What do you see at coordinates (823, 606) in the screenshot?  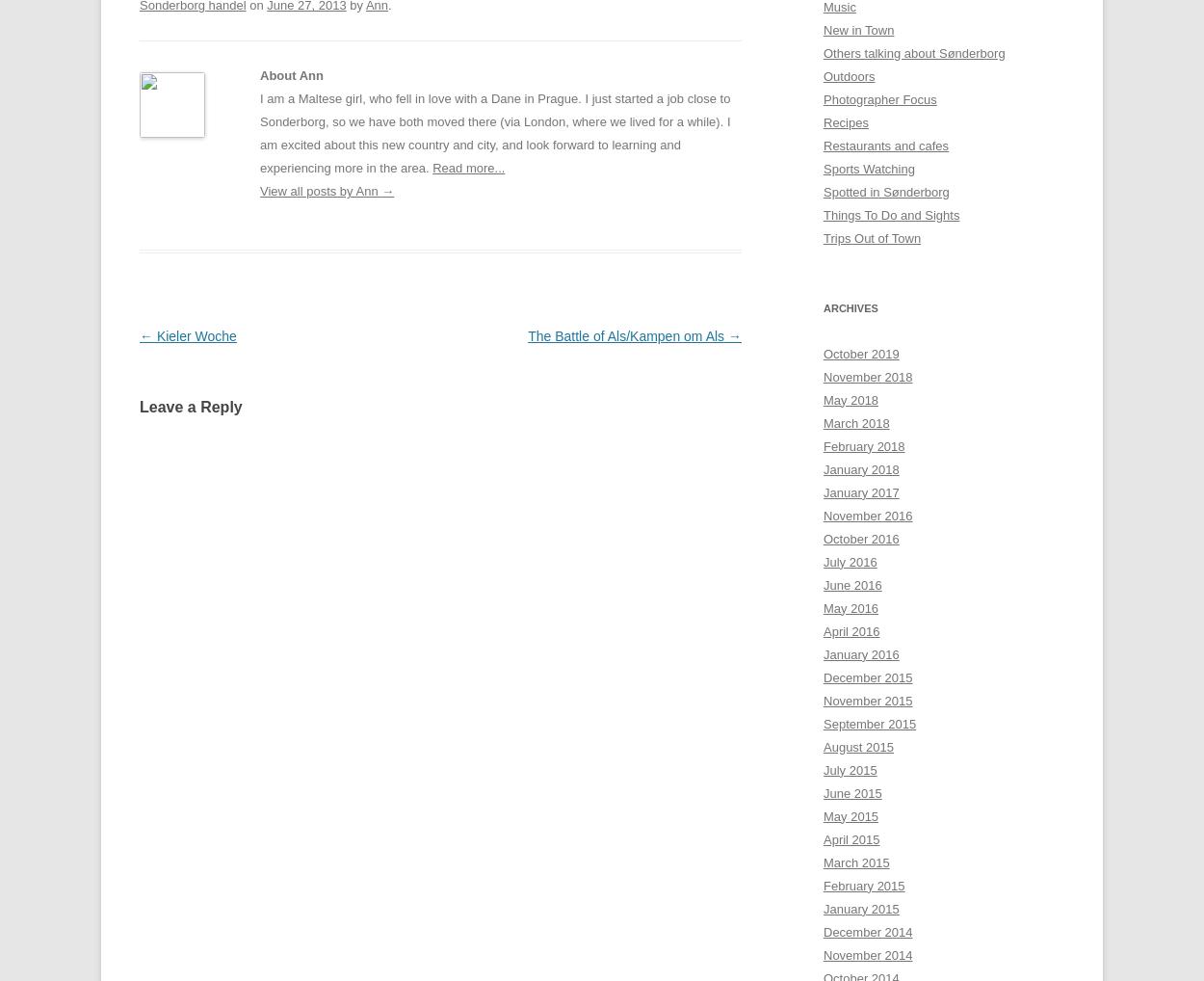 I see `'May 2016'` at bounding box center [823, 606].